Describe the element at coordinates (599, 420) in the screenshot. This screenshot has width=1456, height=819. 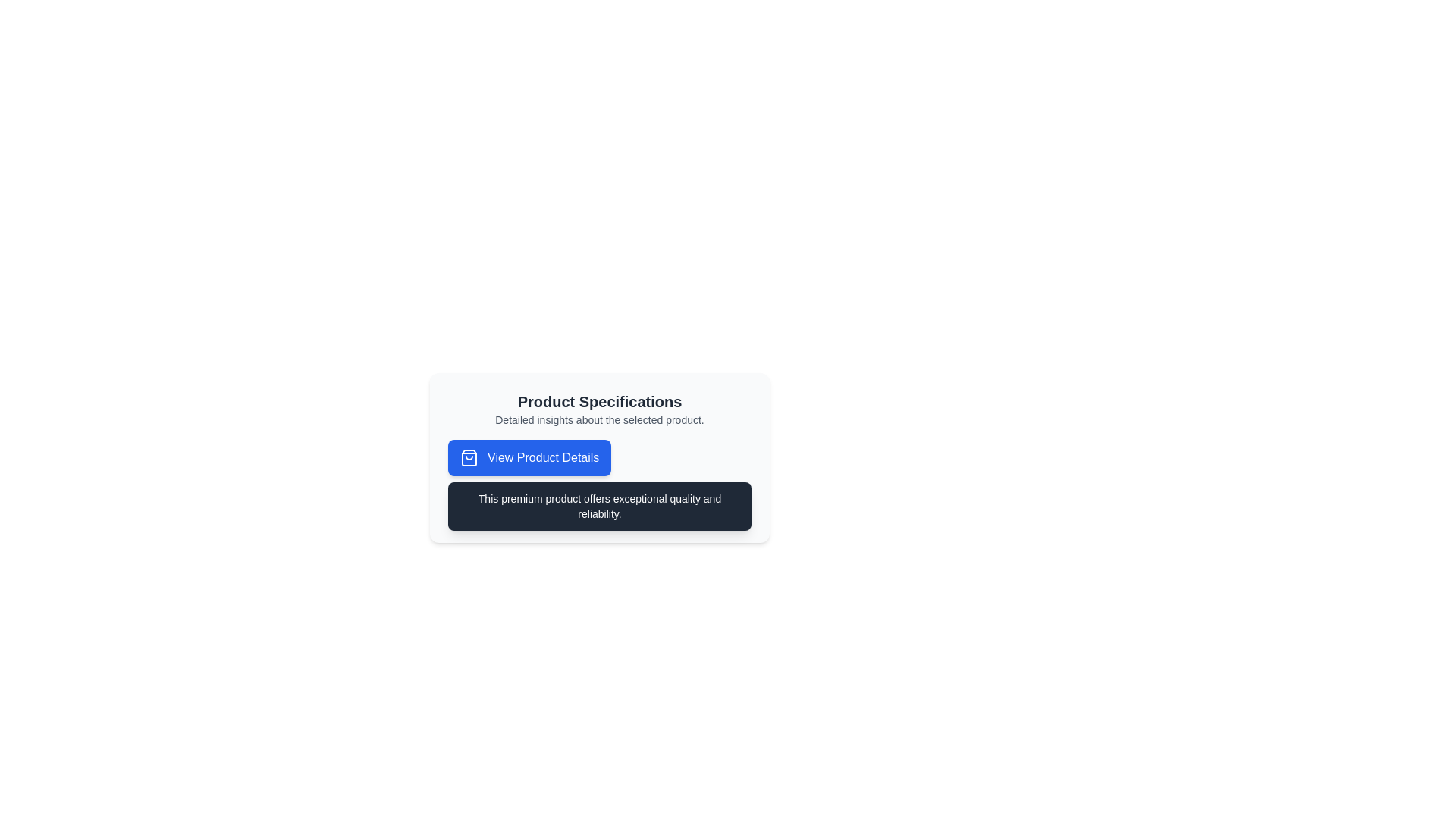
I see `the explanatory text block that provides additional information for the 'Product Specifications' section, which is centrally aligned and positioned below the primary heading` at that location.